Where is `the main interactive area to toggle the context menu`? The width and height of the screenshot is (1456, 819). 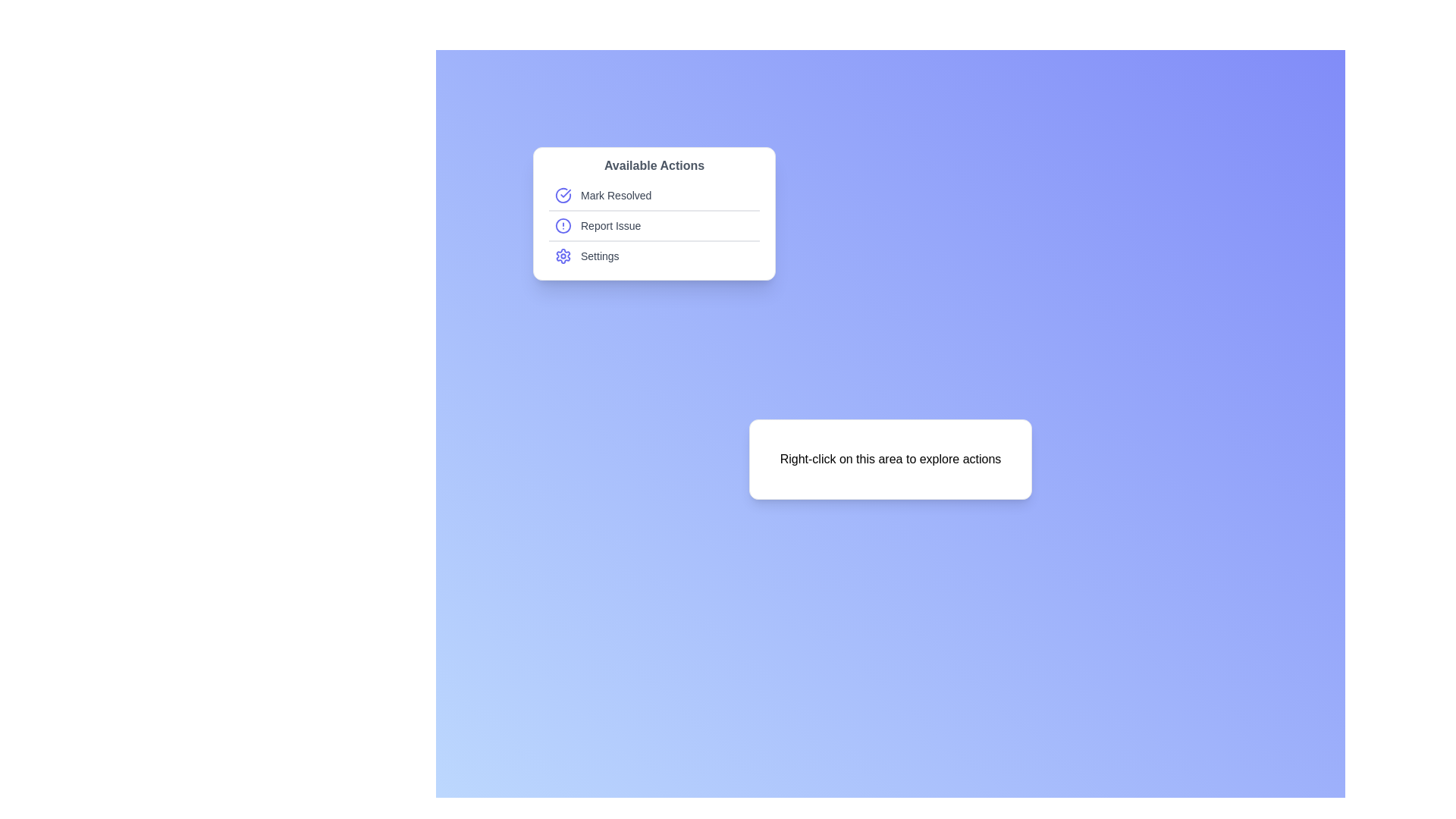
the main interactive area to toggle the context menu is located at coordinates (890, 458).